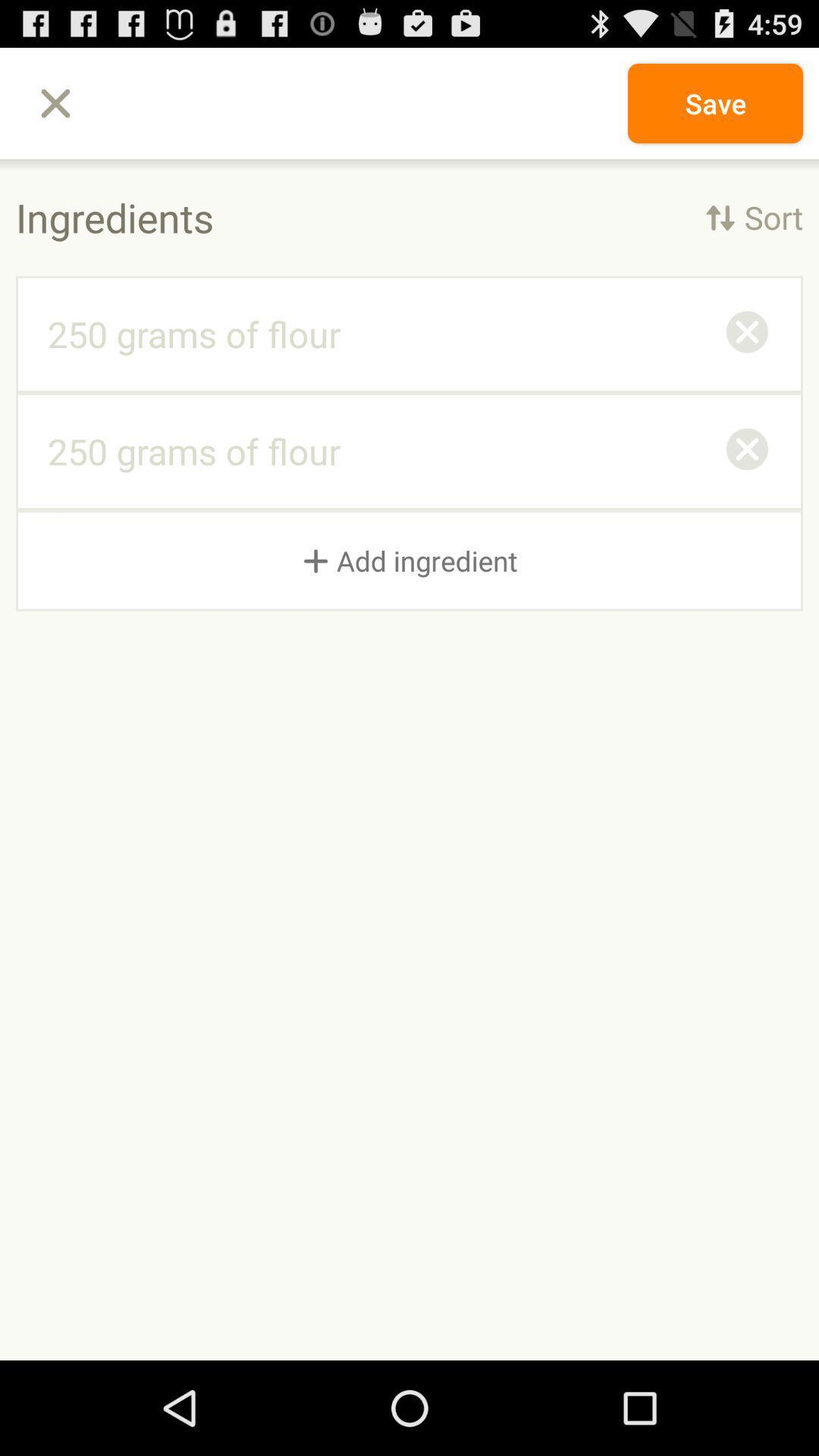 Image resolution: width=819 pixels, height=1456 pixels. Describe the element at coordinates (746, 450) in the screenshot. I see `icon above + add ingredient item` at that location.